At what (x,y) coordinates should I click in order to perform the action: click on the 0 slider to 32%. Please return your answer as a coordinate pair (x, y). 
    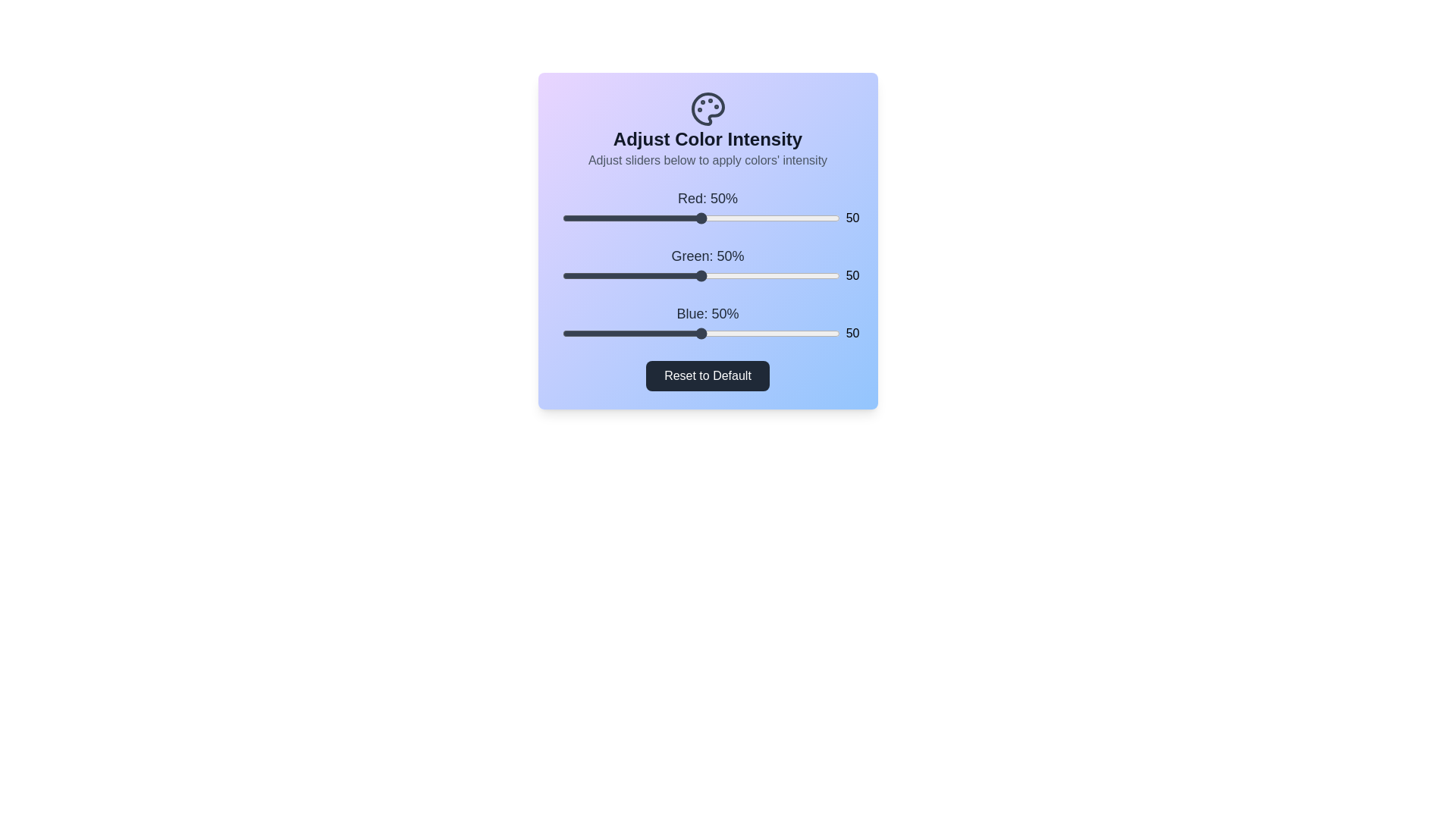
    Looking at the image, I should click on (651, 218).